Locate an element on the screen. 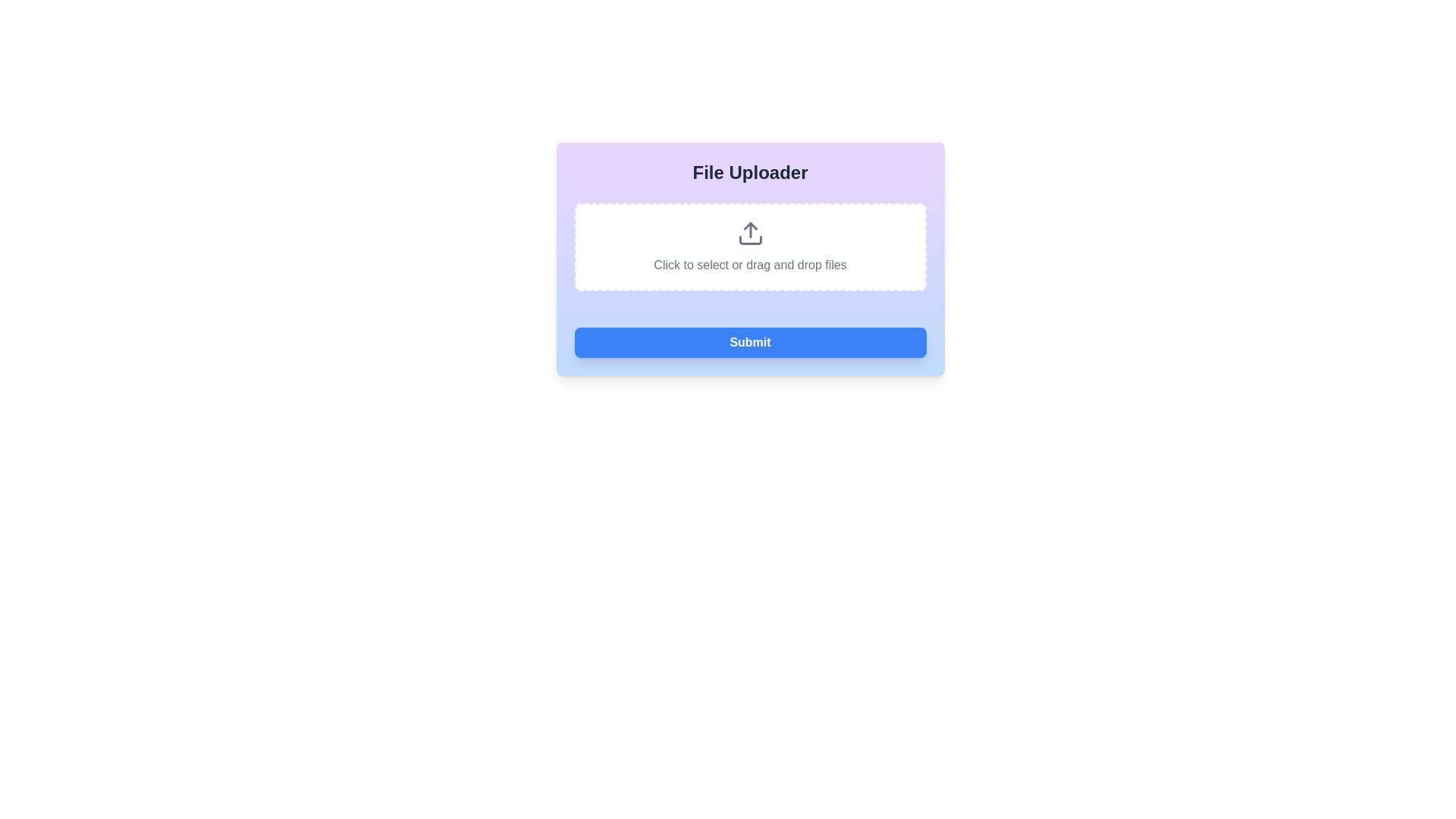 This screenshot has width=1456, height=819. the gray outlined upload icon with an upward-pointing arrow, which is centered within a dashed-bordered drop zone area that has text reading 'Click to select or drag and drop files' is located at coordinates (750, 234).